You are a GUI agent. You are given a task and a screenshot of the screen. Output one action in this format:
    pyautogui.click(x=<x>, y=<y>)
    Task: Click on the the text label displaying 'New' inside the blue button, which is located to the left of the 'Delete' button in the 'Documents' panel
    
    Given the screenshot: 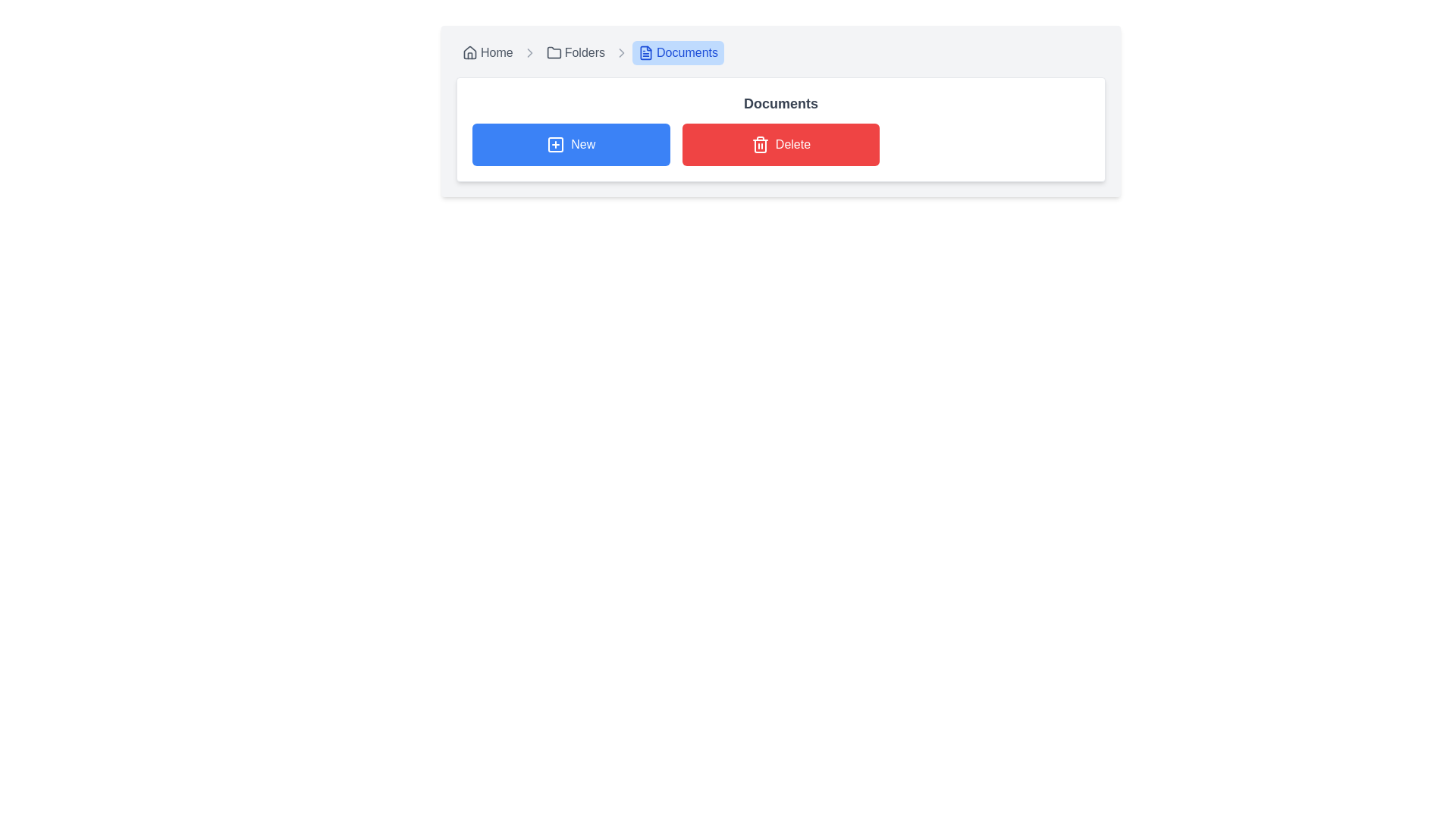 What is the action you would take?
    pyautogui.click(x=582, y=145)
    